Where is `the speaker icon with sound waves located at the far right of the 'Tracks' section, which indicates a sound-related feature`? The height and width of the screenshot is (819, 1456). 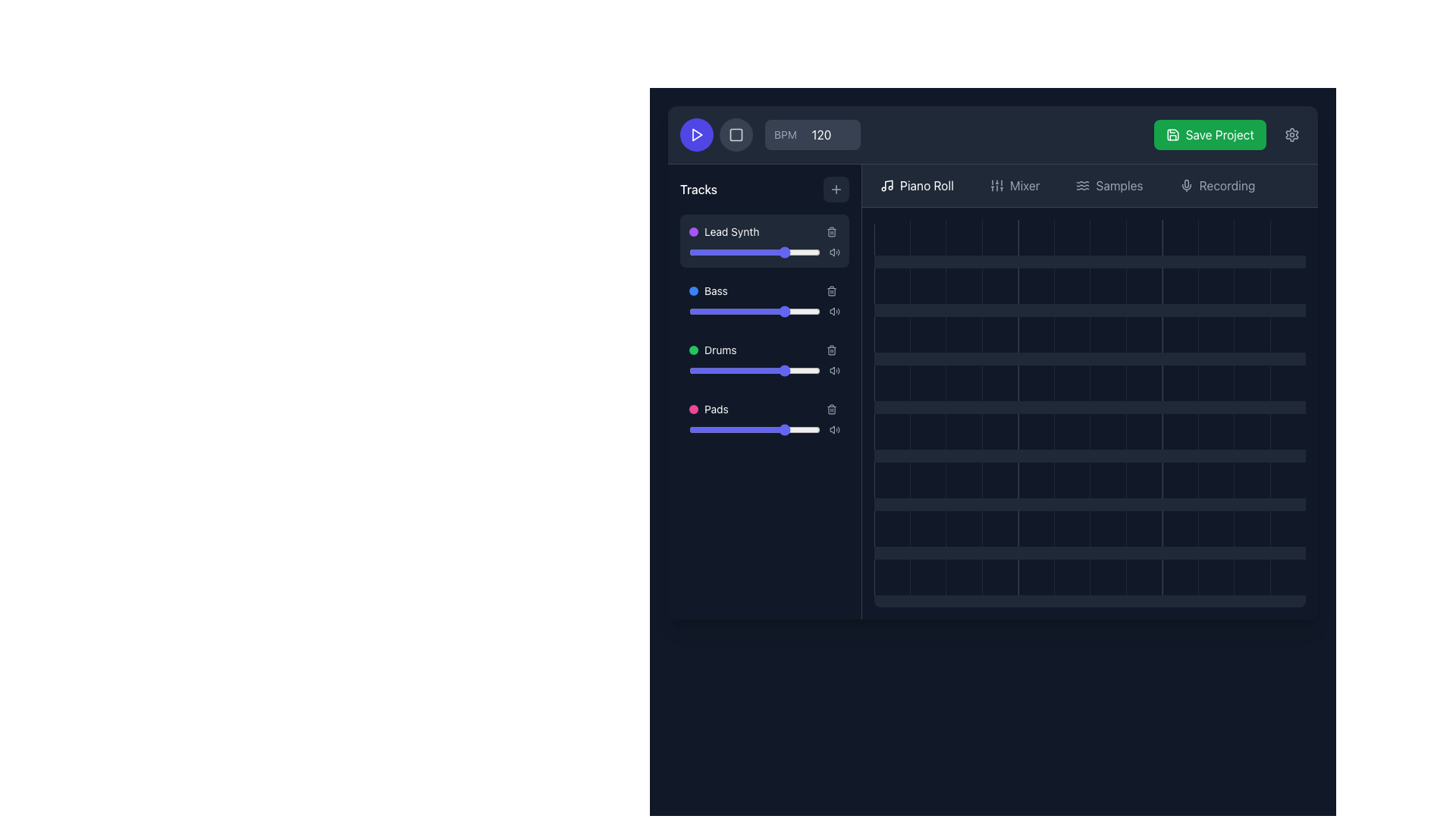 the speaker icon with sound waves located at the far right of the 'Tracks' section, which indicates a sound-related feature is located at coordinates (833, 311).